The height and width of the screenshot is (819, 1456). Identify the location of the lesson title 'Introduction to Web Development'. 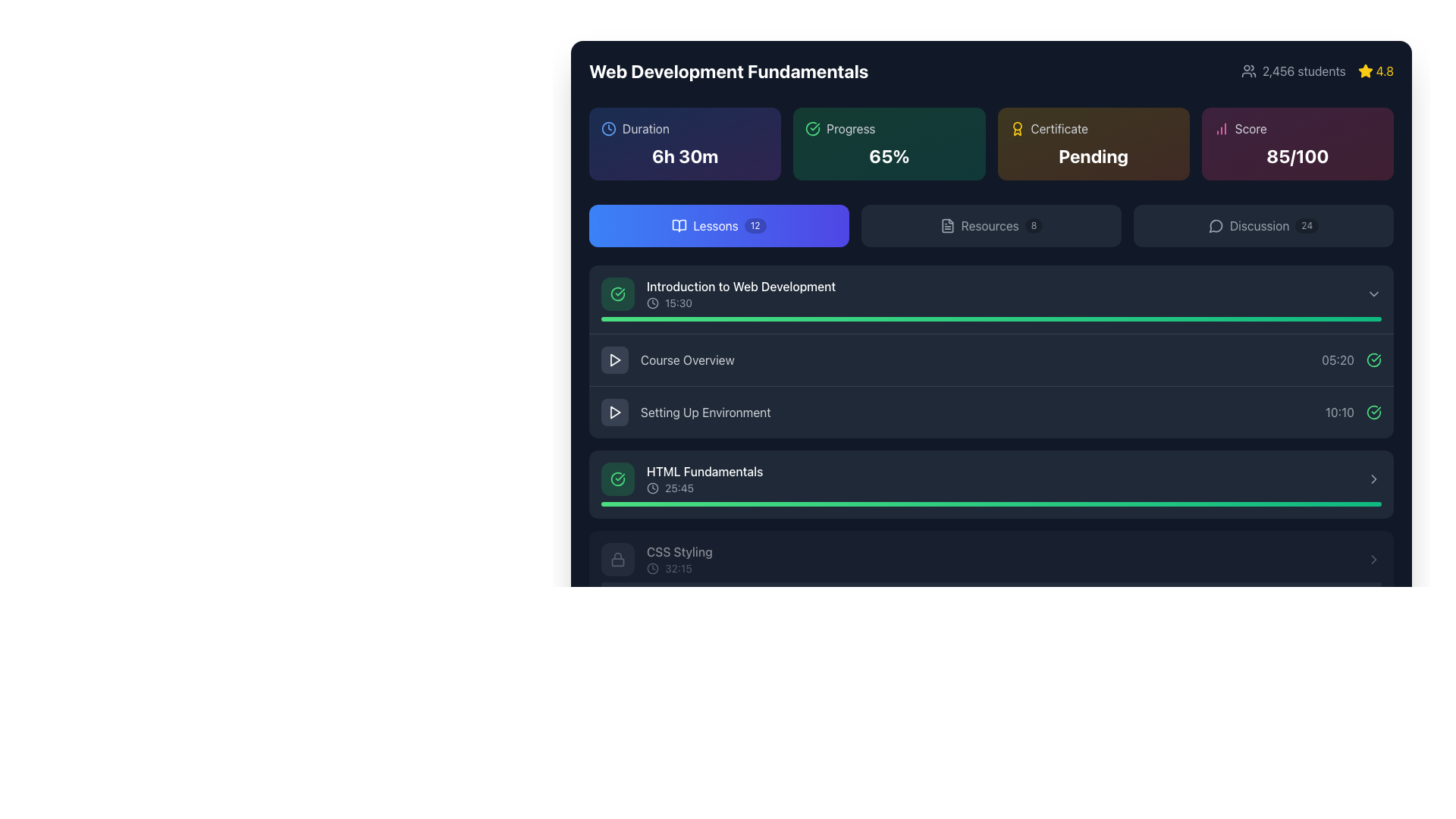
(717, 294).